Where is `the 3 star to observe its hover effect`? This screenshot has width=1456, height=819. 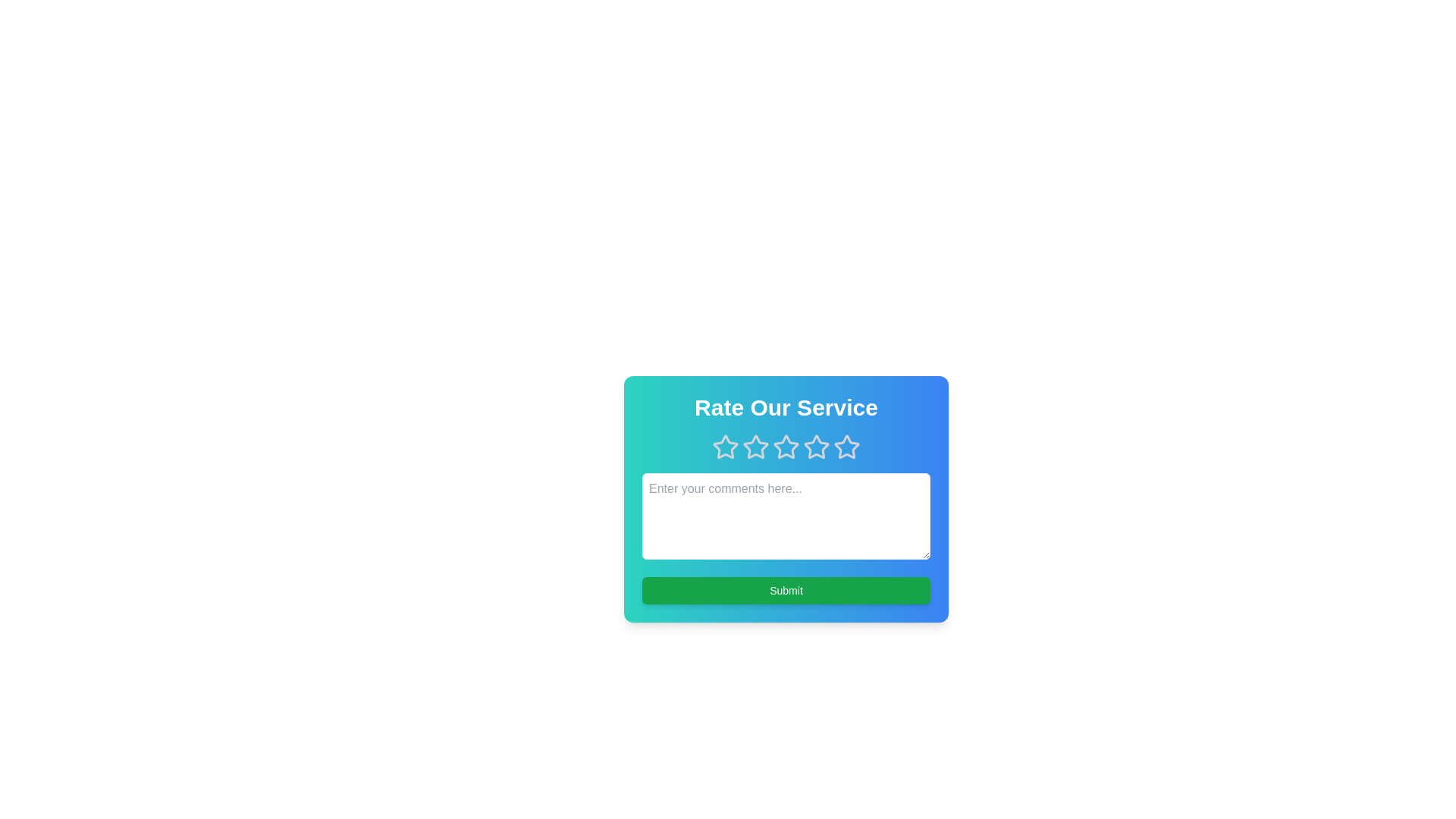
the 3 star to observe its hover effect is located at coordinates (786, 447).